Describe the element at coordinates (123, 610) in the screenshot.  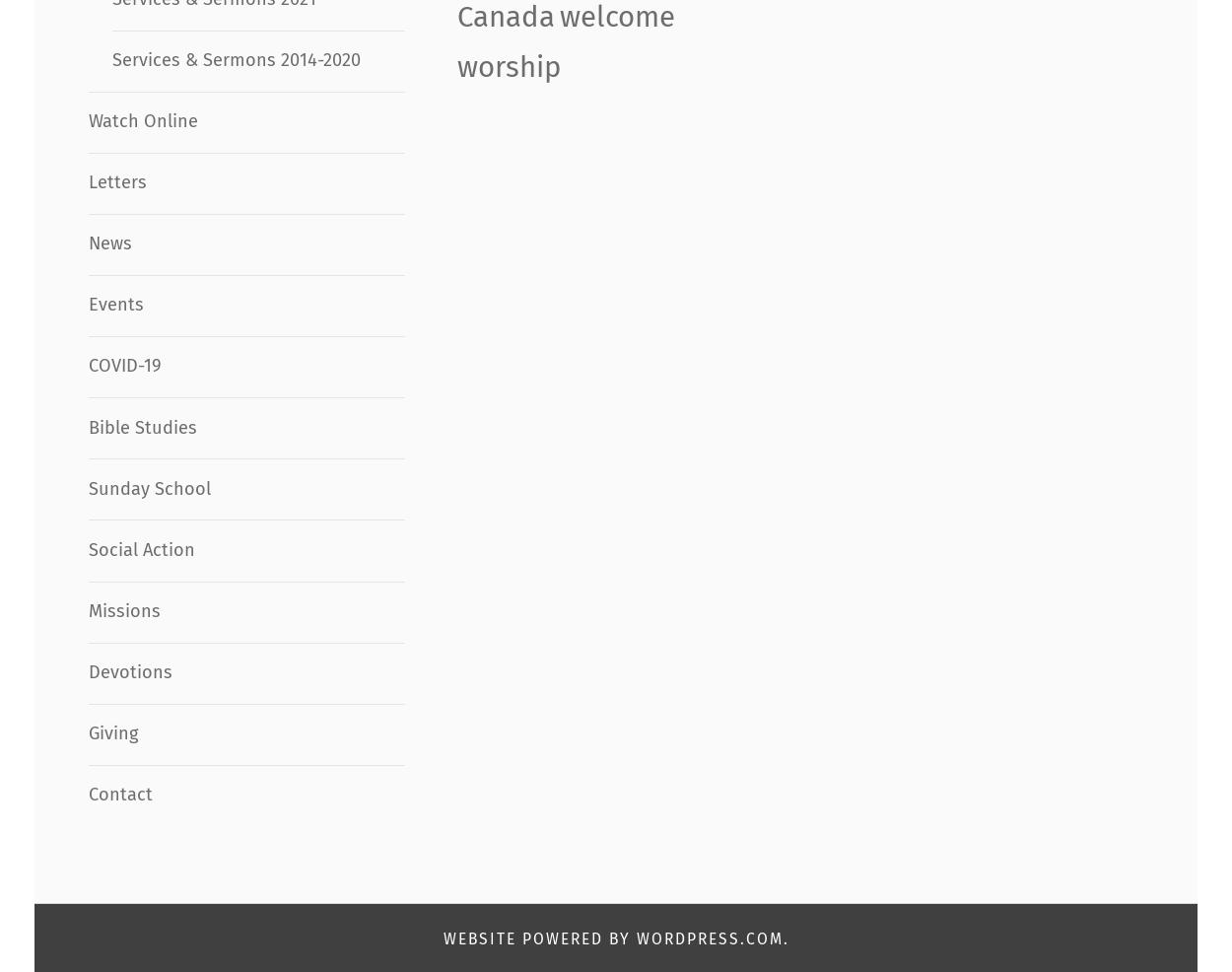
I see `'Missions'` at that location.